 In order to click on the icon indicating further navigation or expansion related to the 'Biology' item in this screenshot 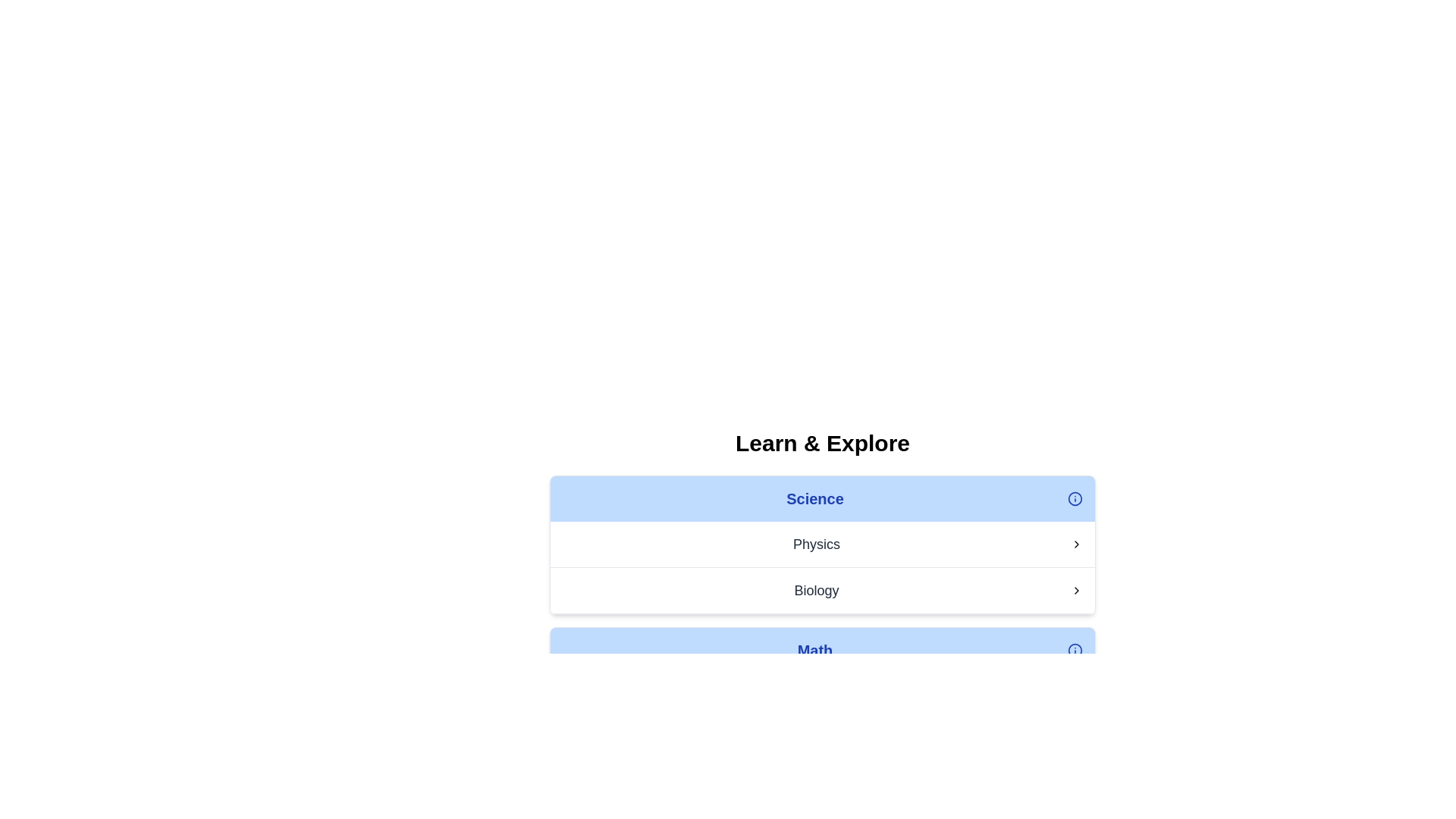, I will do `click(1076, 590)`.